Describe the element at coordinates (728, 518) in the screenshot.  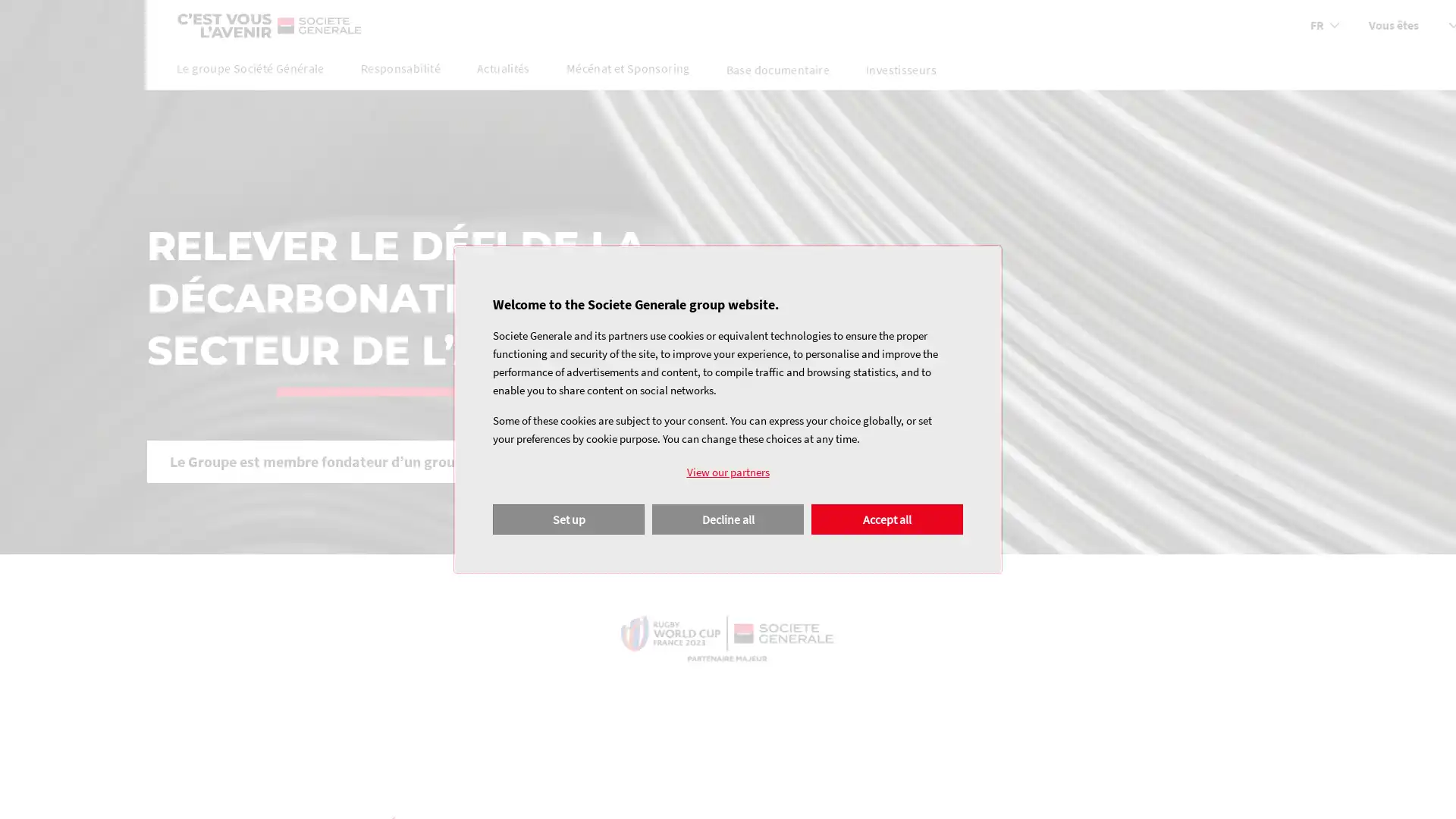
I see `Disagree to our data processing and close` at that location.